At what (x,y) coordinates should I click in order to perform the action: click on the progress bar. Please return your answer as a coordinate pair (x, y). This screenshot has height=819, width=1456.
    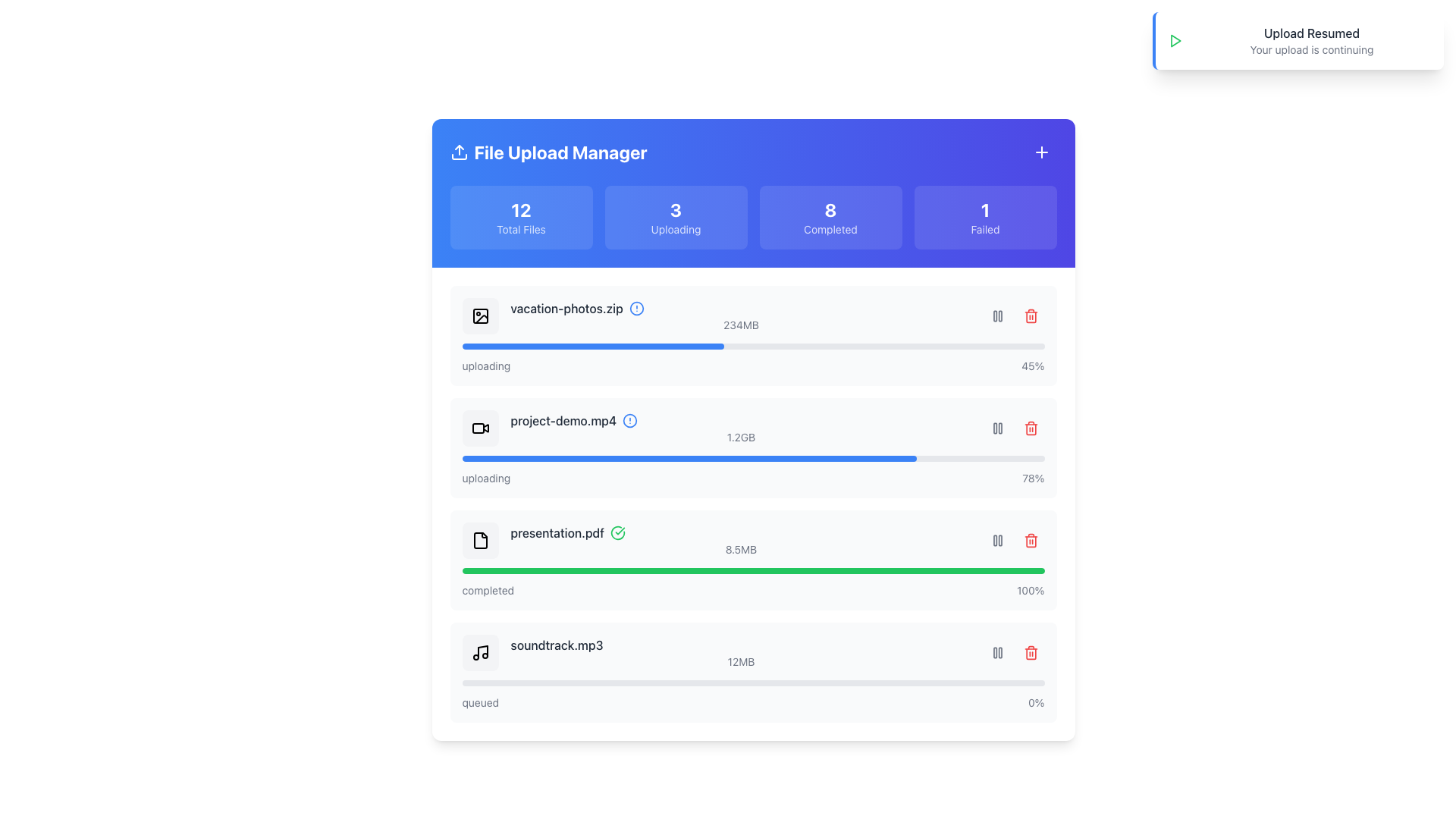
    Looking at the image, I should click on (658, 346).